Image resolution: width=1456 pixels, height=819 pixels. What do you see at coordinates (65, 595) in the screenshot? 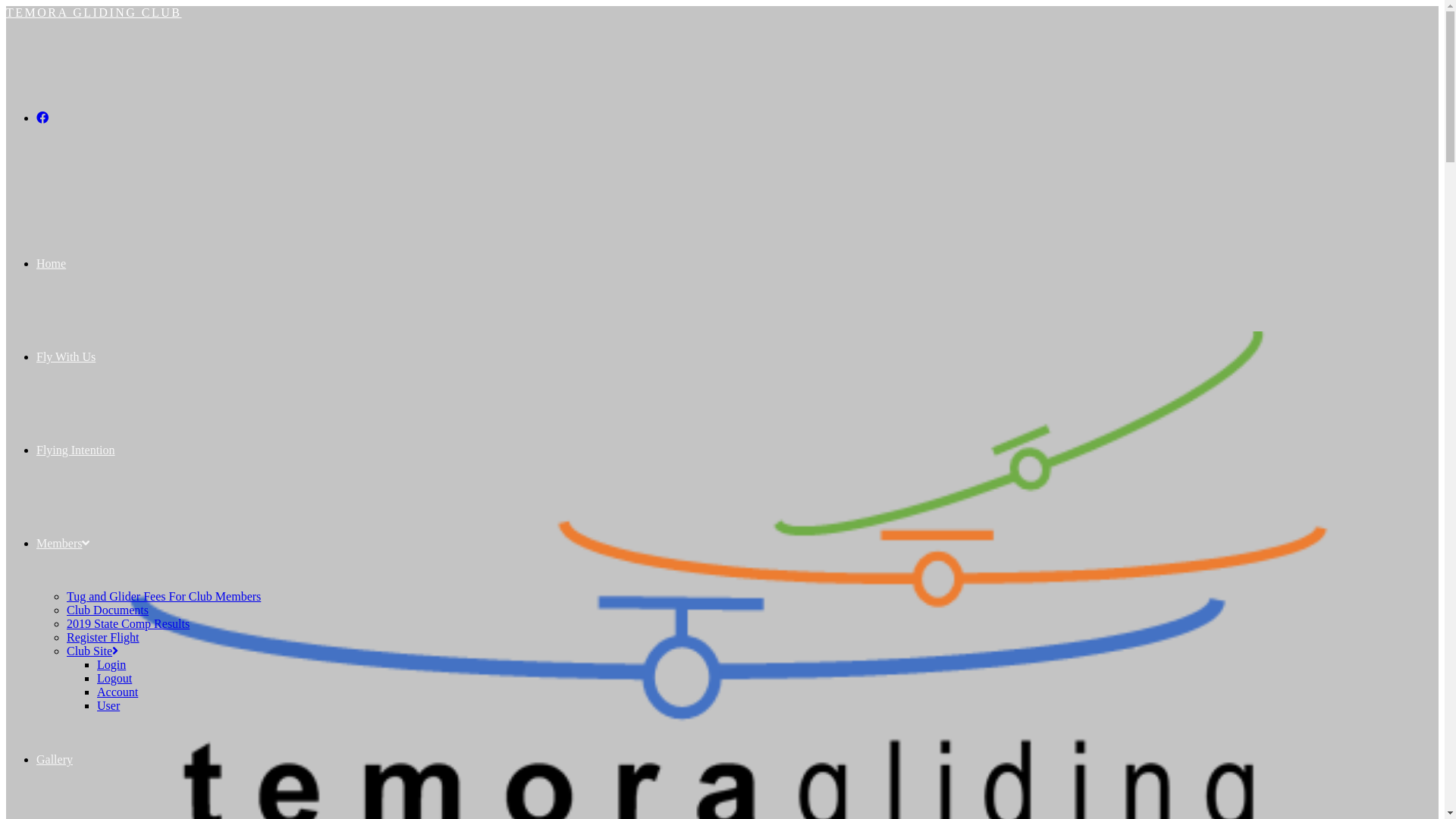
I see `'Tug and Glider Fees For Club Members'` at bounding box center [65, 595].